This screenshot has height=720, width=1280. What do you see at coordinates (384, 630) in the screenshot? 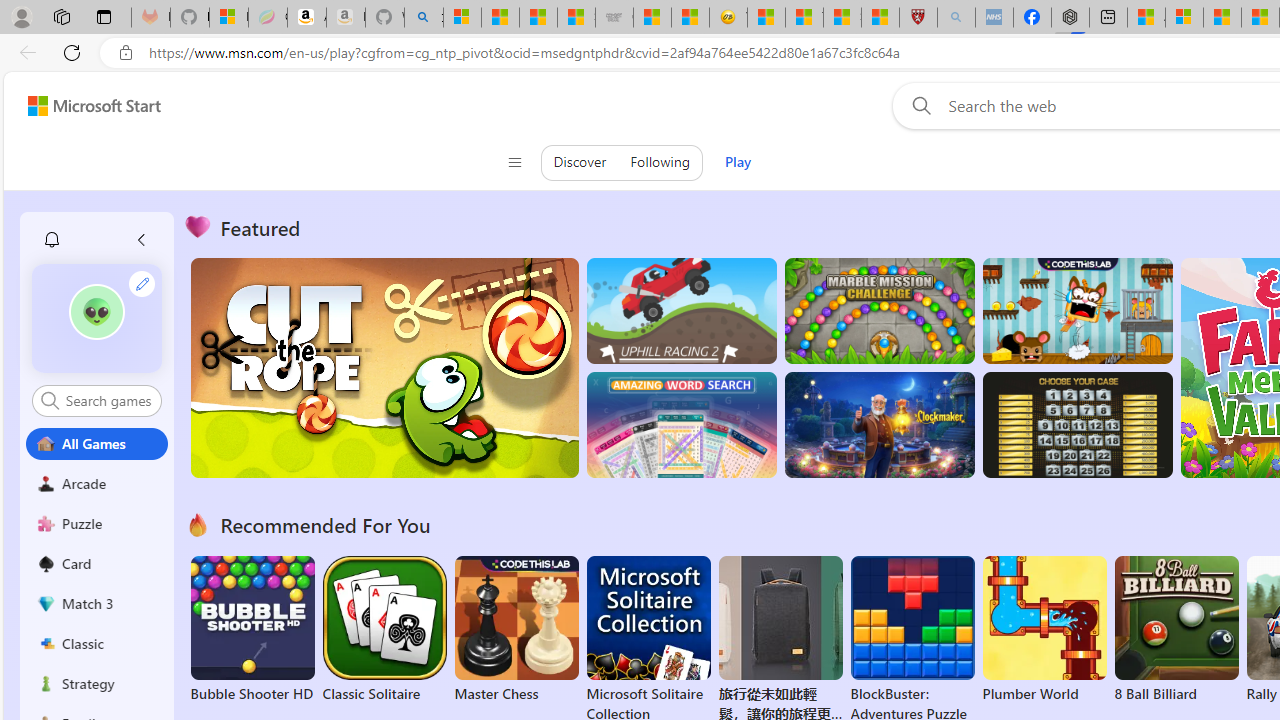
I see `'Classic Solitaire'` at bounding box center [384, 630].